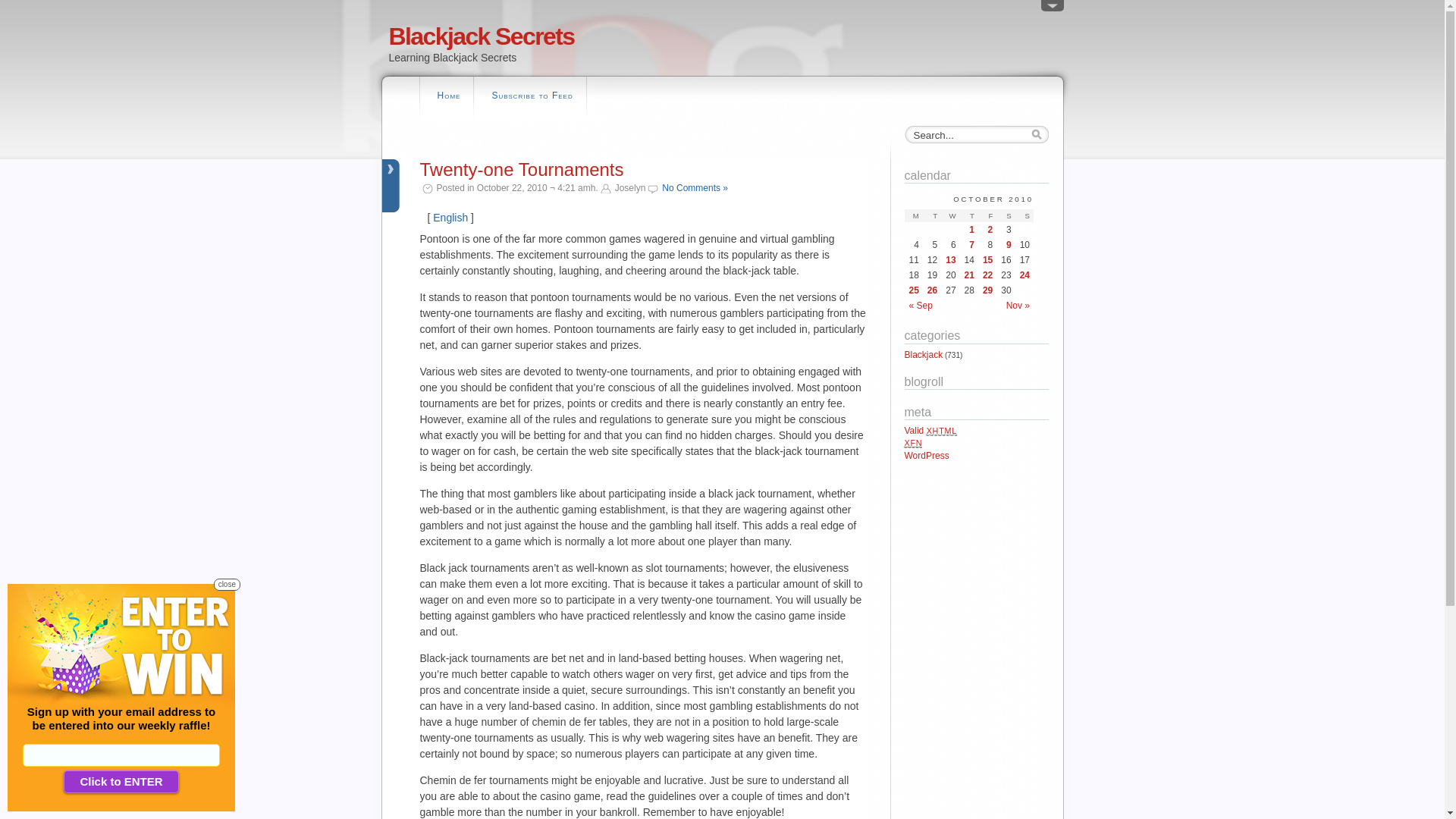 This screenshot has height=819, width=1456. I want to click on '15', so click(983, 259).